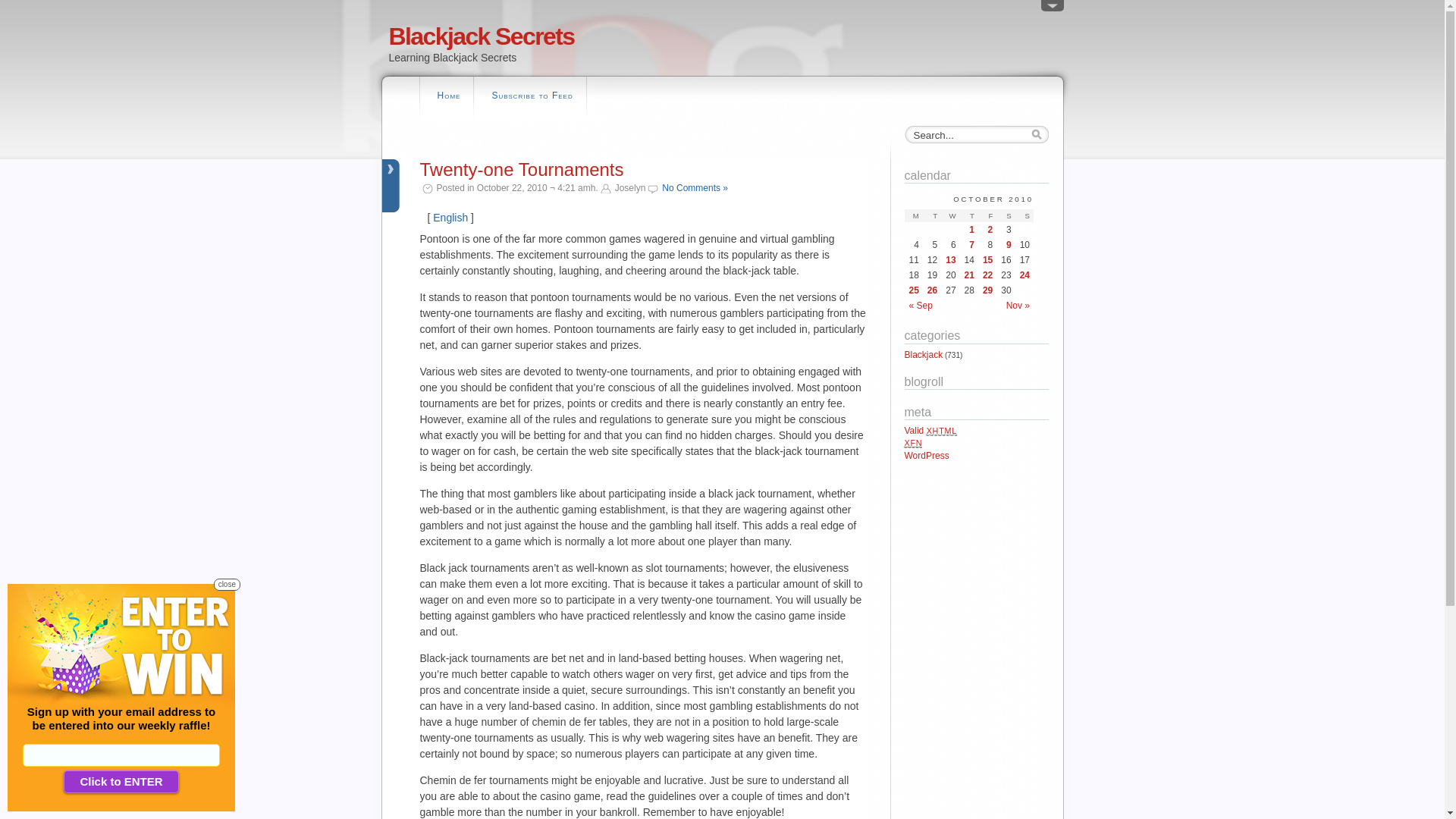 This screenshot has height=819, width=1456. I want to click on '15', so click(983, 259).